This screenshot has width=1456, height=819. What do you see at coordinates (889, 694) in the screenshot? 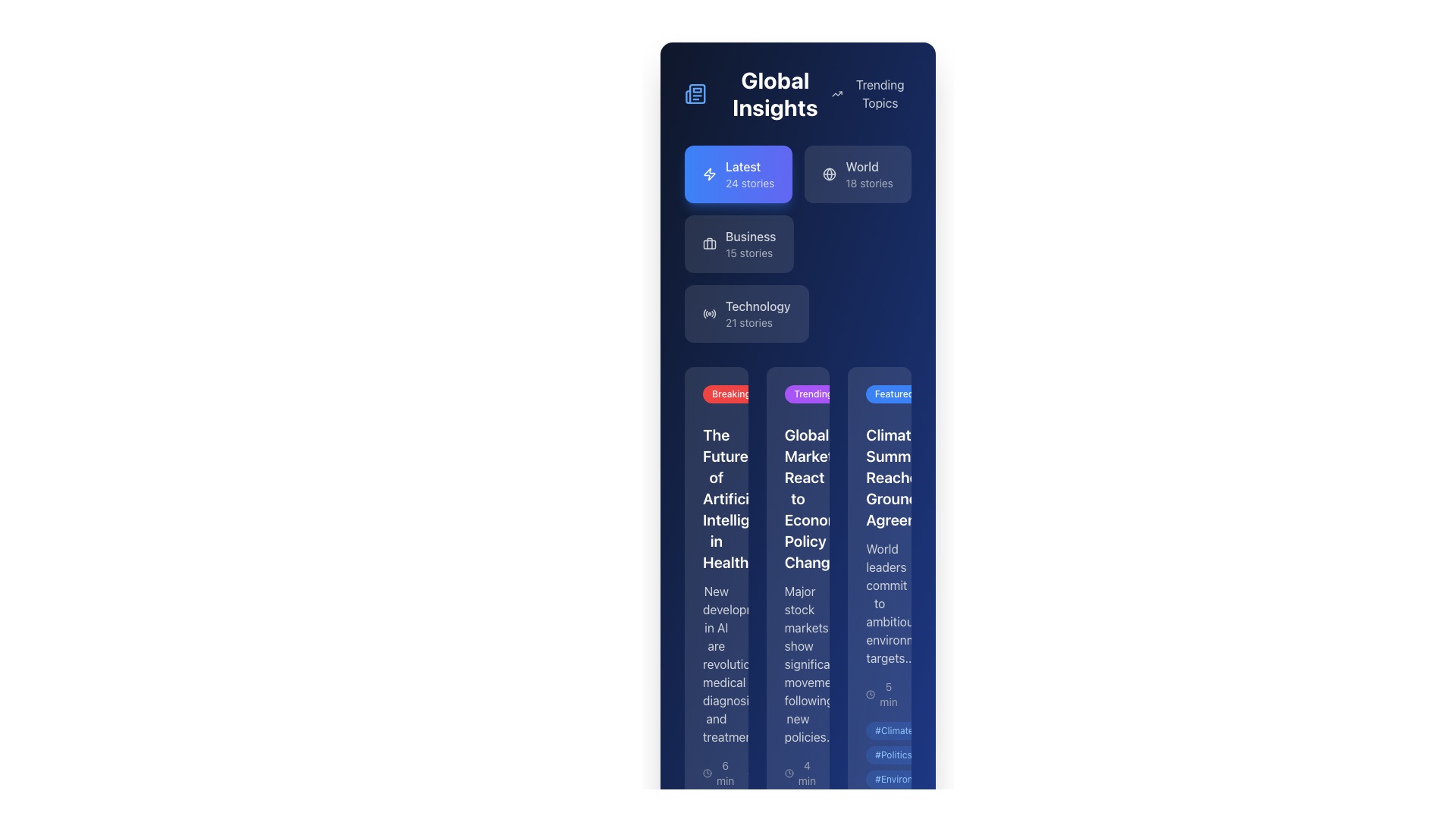
I see `the static text label displaying '5 min', which is styled in light gray font against a blue background, located in the bottom section of the third vertical column from the left under the 'Featured' label` at bounding box center [889, 694].